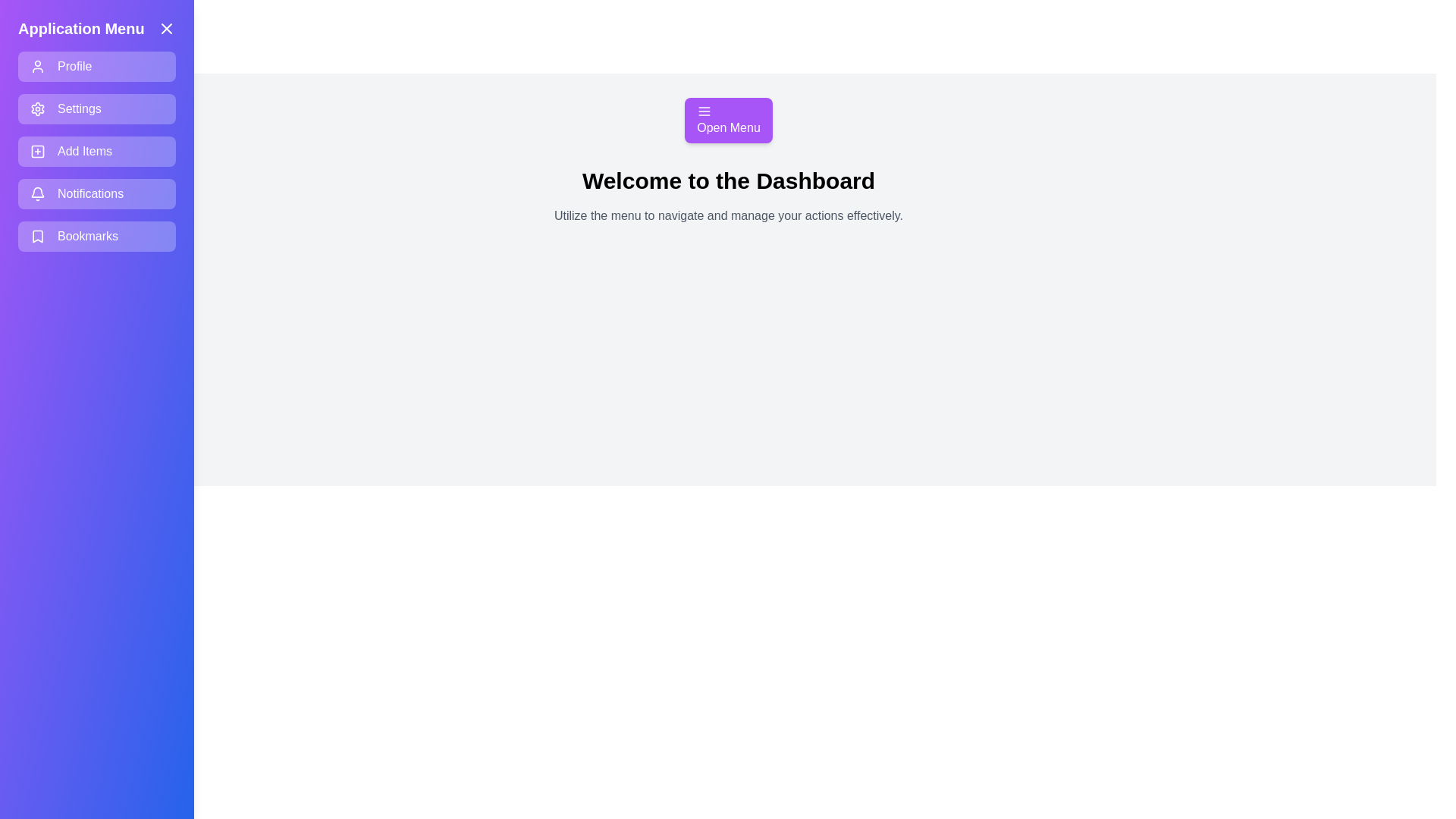 The height and width of the screenshot is (819, 1456). Describe the element at coordinates (96, 237) in the screenshot. I see `the menu item Bookmarks to navigate to its respective section` at that location.